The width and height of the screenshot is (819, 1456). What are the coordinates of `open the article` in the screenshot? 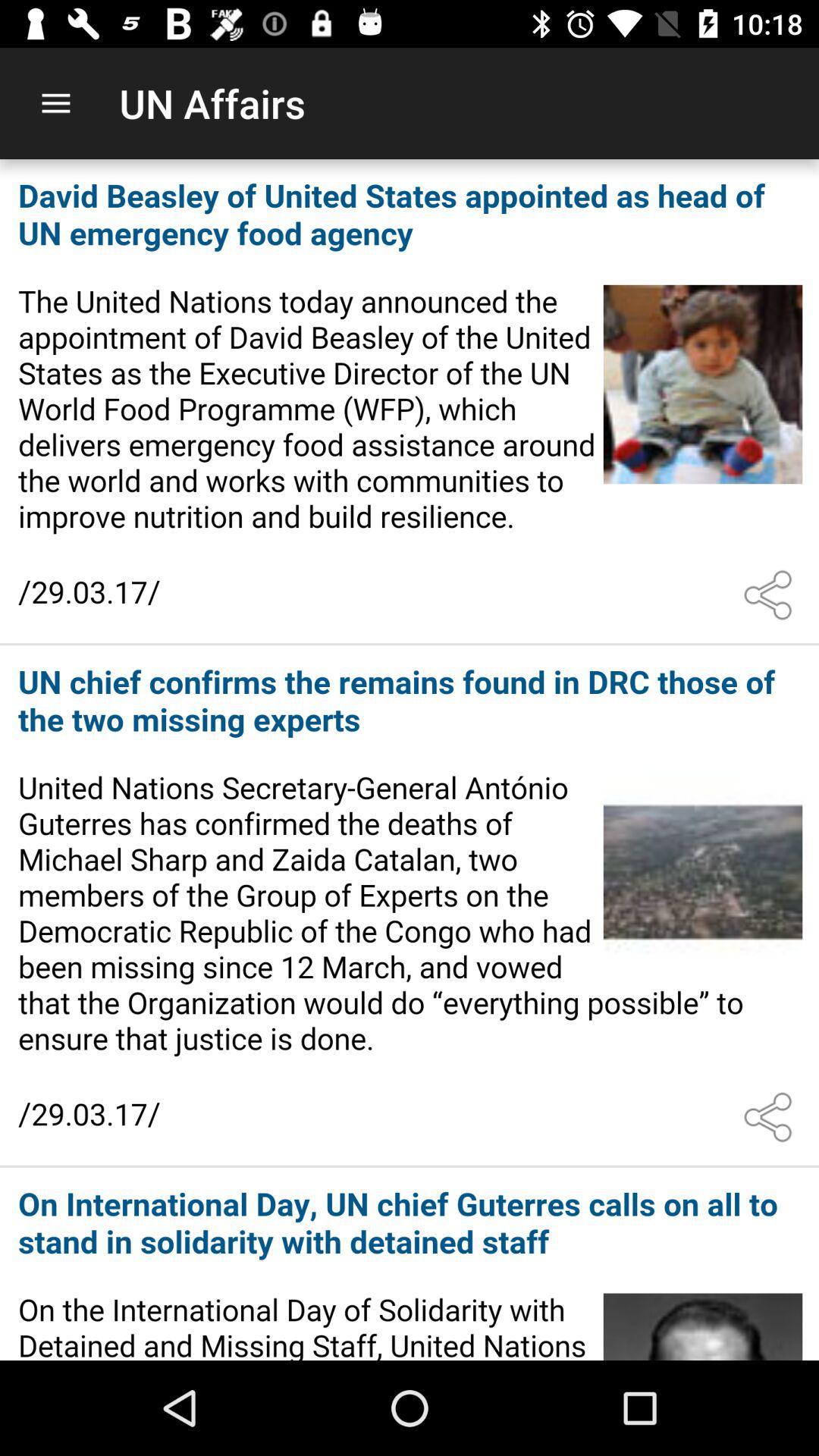 It's located at (409, 906).